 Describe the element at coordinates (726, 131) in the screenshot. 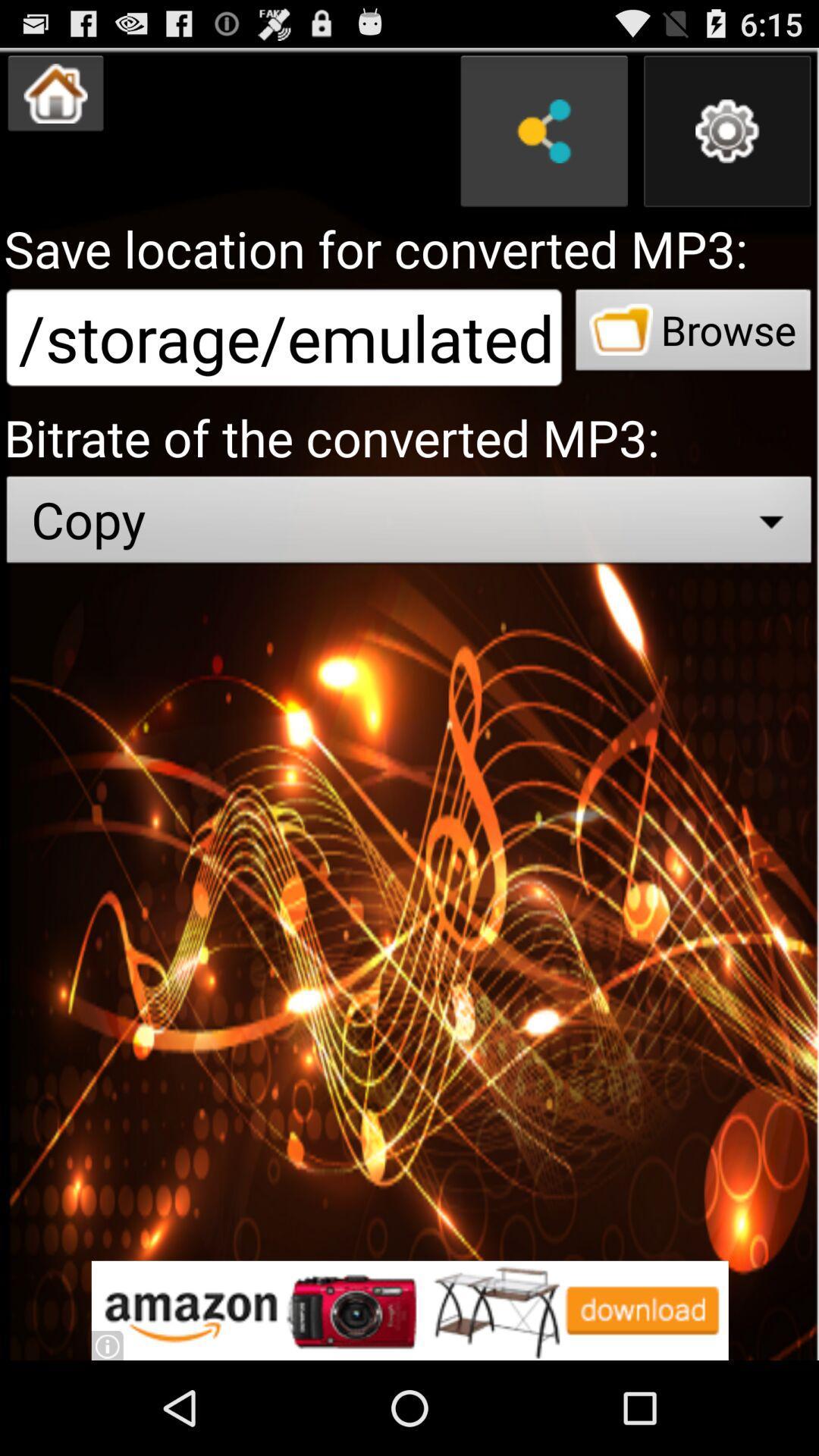

I see `the setting option` at that location.